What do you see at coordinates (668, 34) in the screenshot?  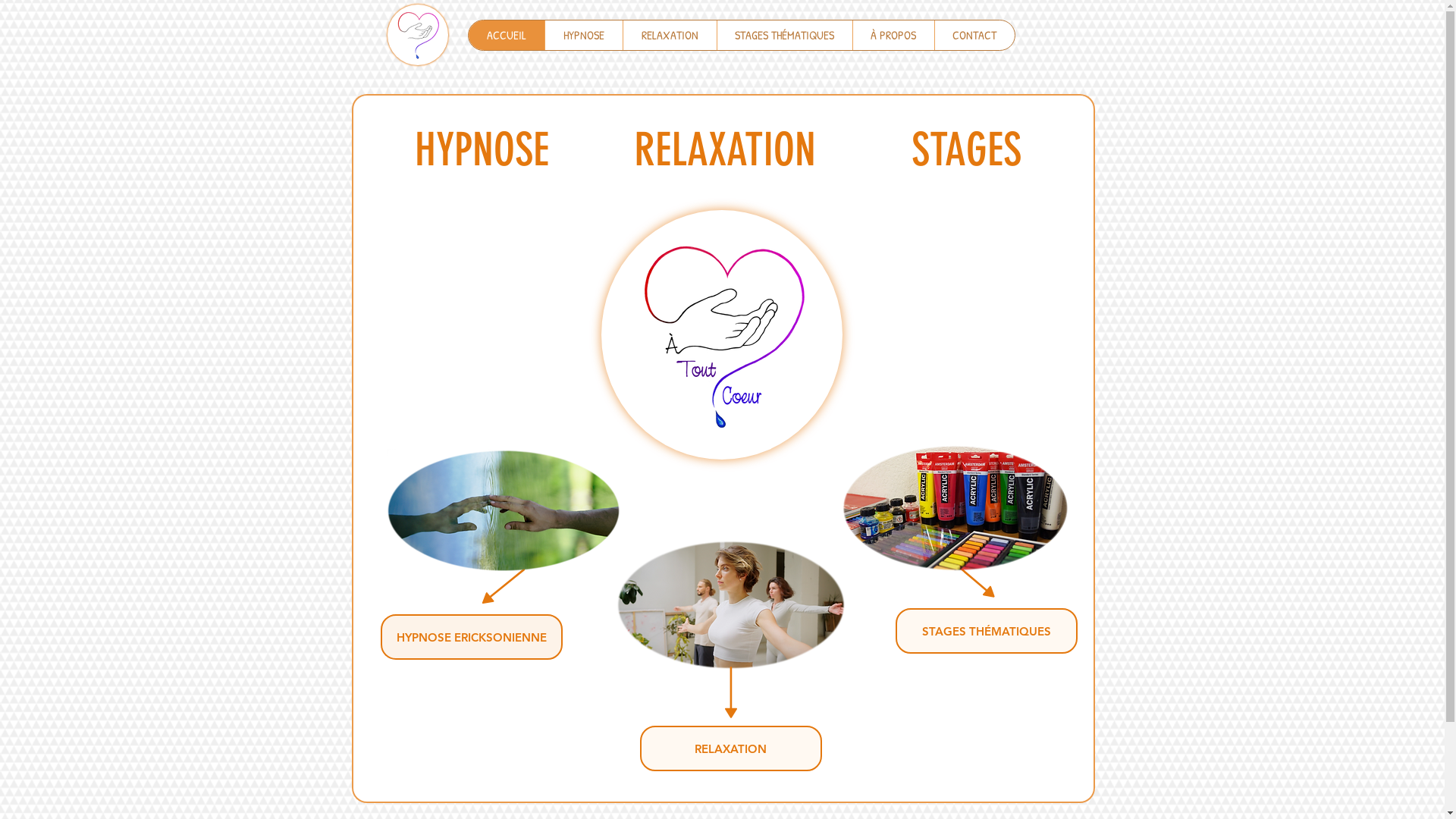 I see `'RELAXATION'` at bounding box center [668, 34].